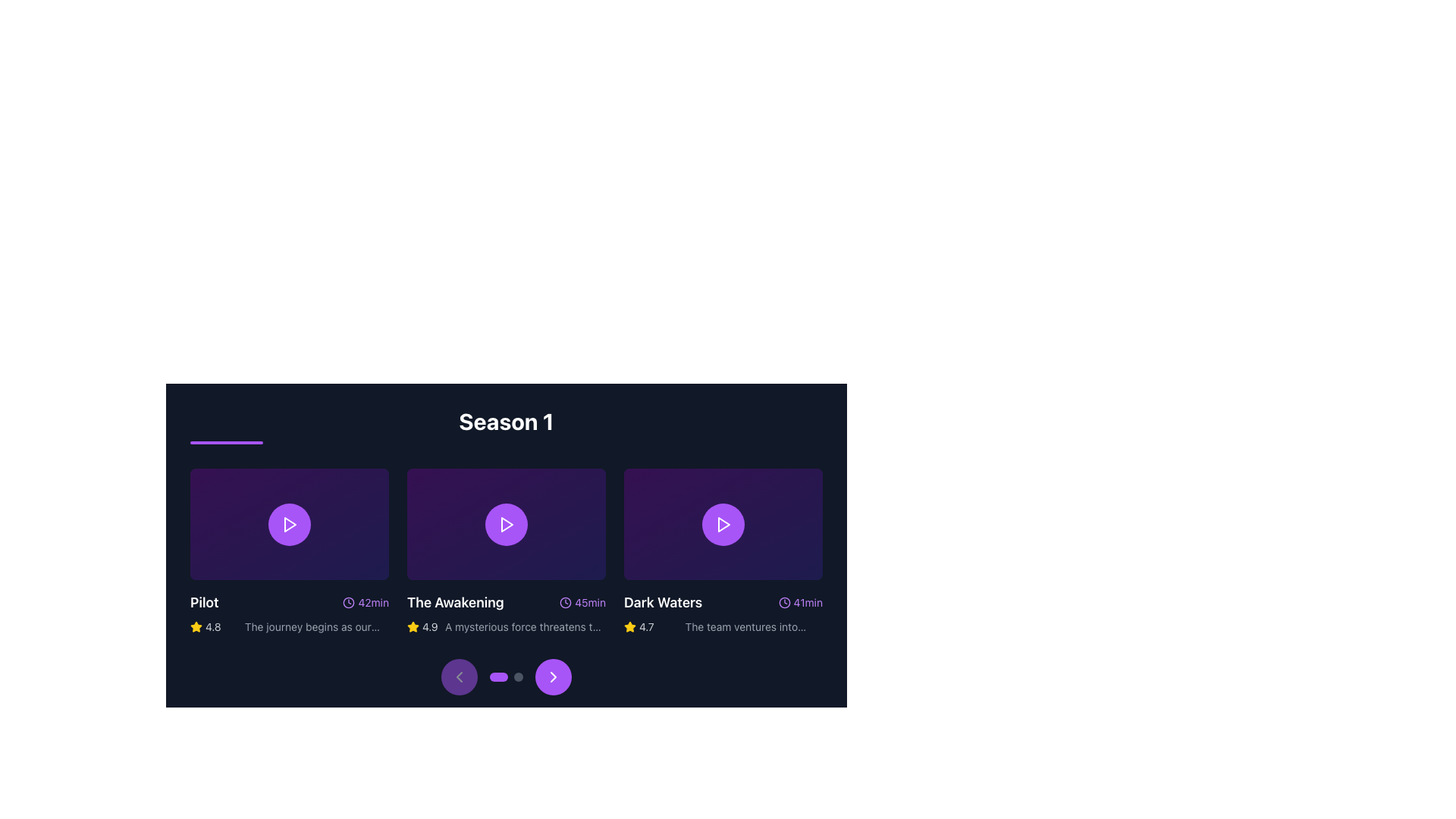 Image resolution: width=1456 pixels, height=819 pixels. I want to click on the decorative purple underline positioned beneath the 'Season 1' title, which features rounded edges and spans horizontally, so click(225, 442).